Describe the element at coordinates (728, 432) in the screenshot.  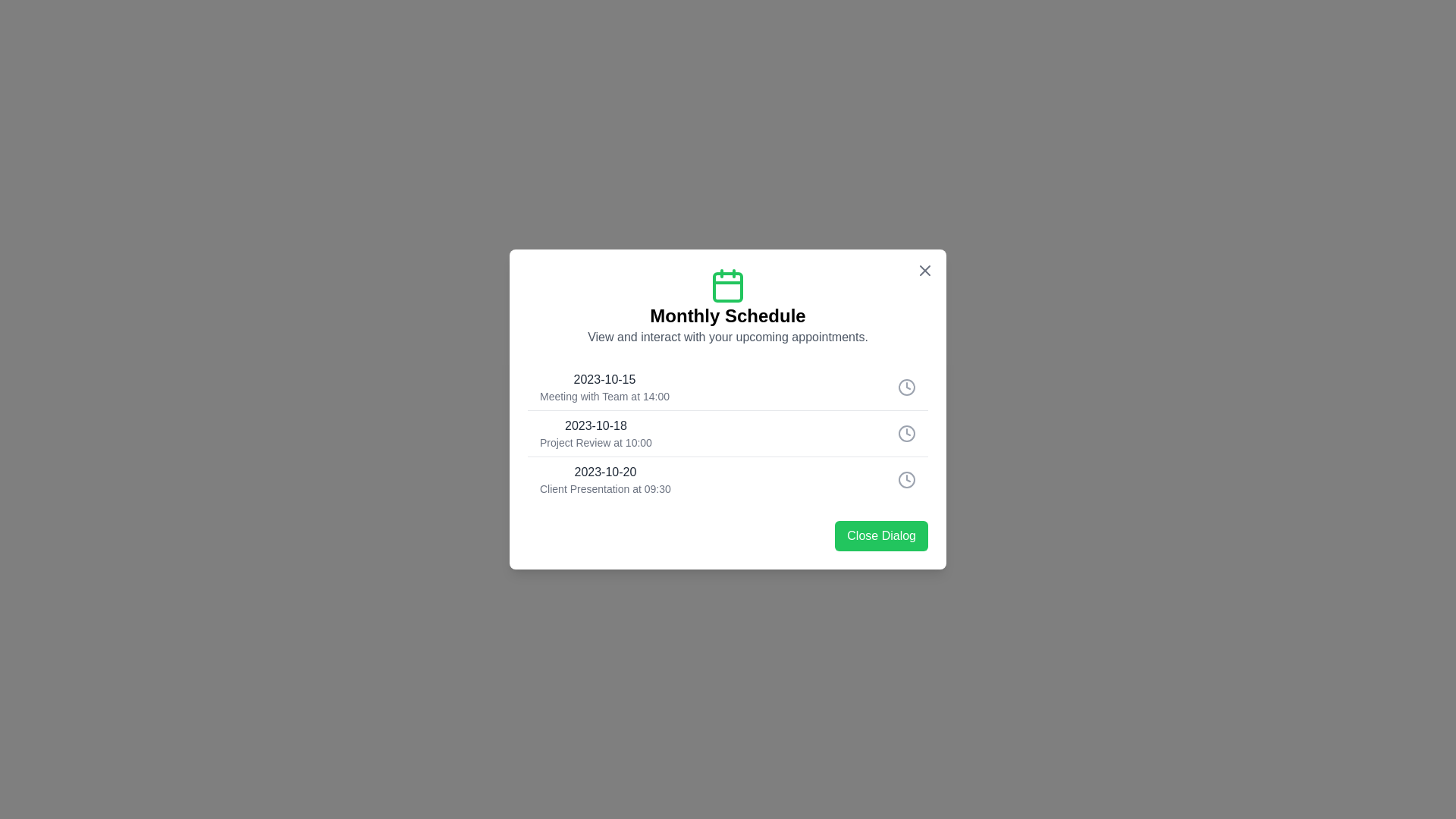
I see `the event 2023-10-18 Project Review at 10:00 from the list to view its details` at that location.